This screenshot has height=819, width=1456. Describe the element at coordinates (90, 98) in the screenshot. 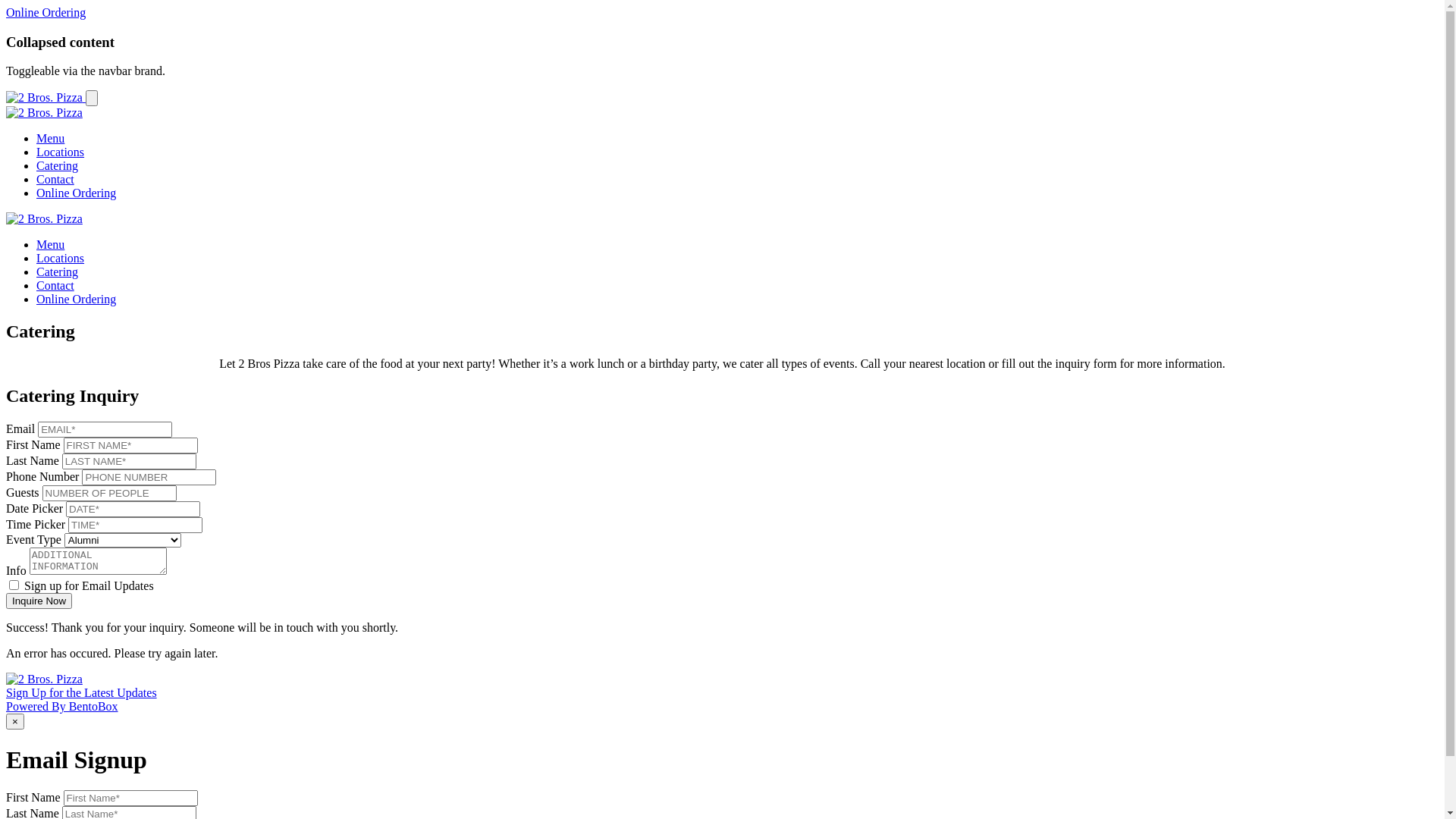

I see `'Navbar Toggle'` at that location.